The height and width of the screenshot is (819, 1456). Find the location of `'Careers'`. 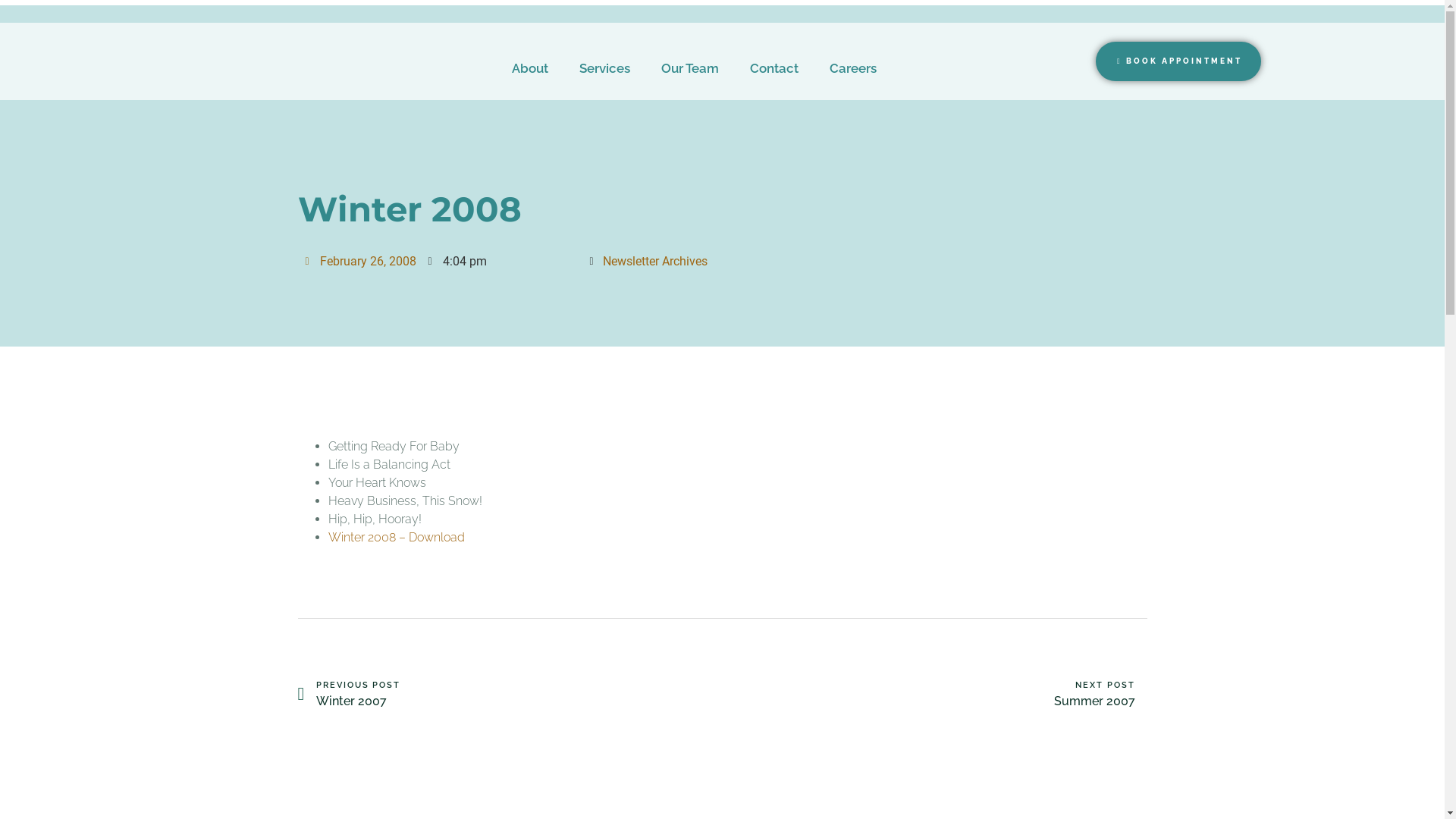

'Careers' is located at coordinates (852, 67).